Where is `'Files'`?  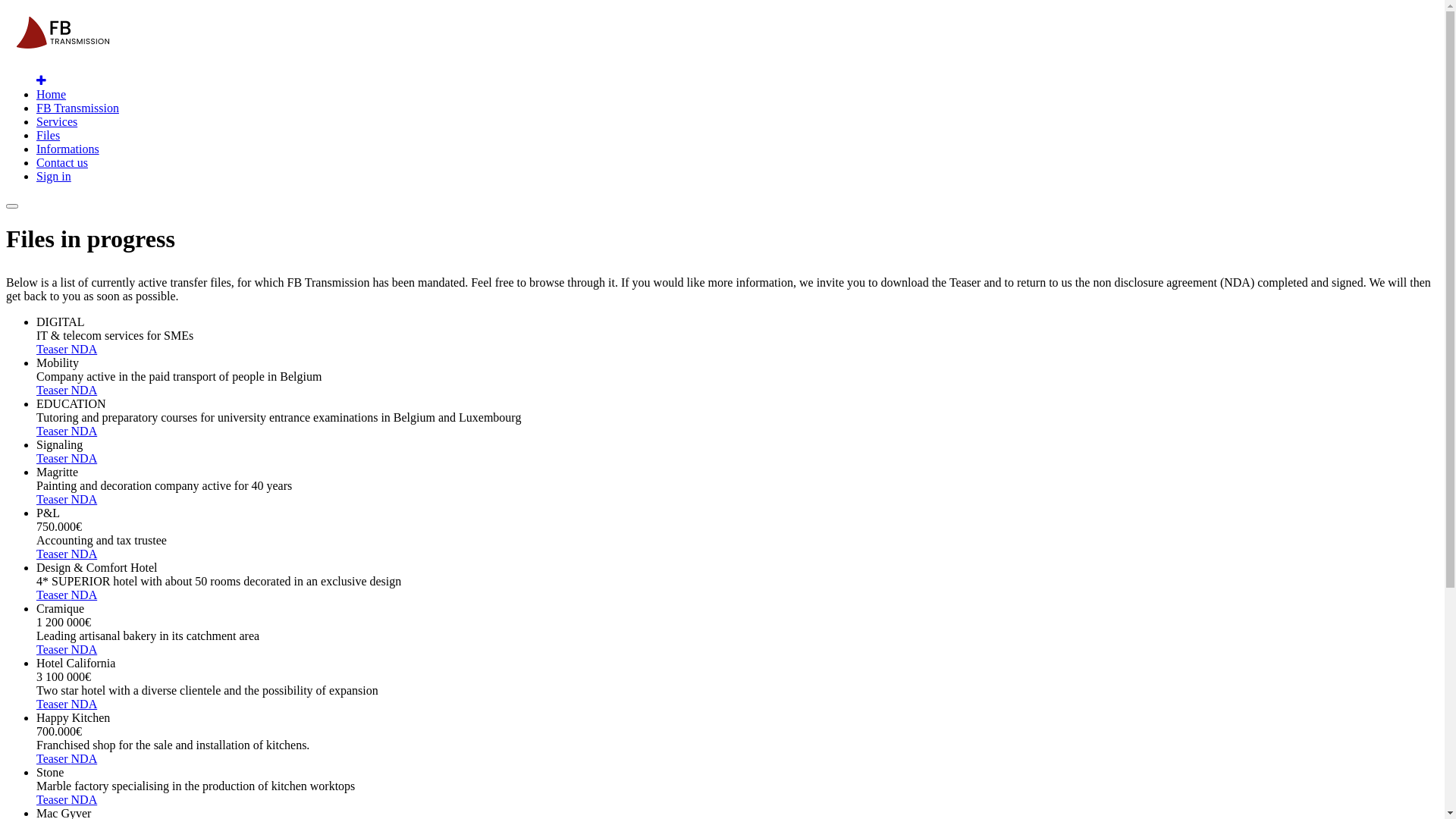 'Files' is located at coordinates (48, 134).